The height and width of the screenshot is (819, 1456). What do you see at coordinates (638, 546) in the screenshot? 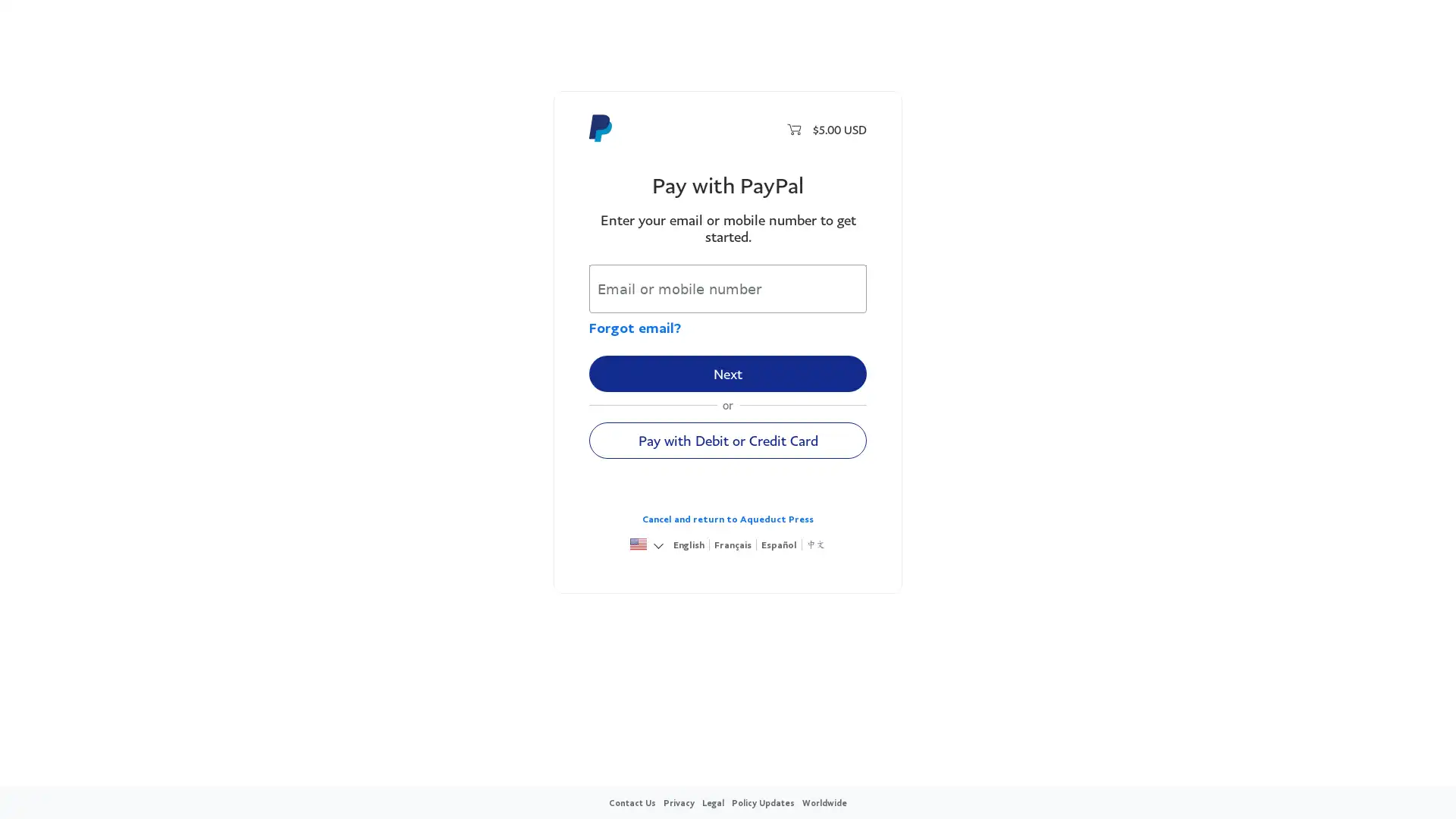
I see `United States` at bounding box center [638, 546].